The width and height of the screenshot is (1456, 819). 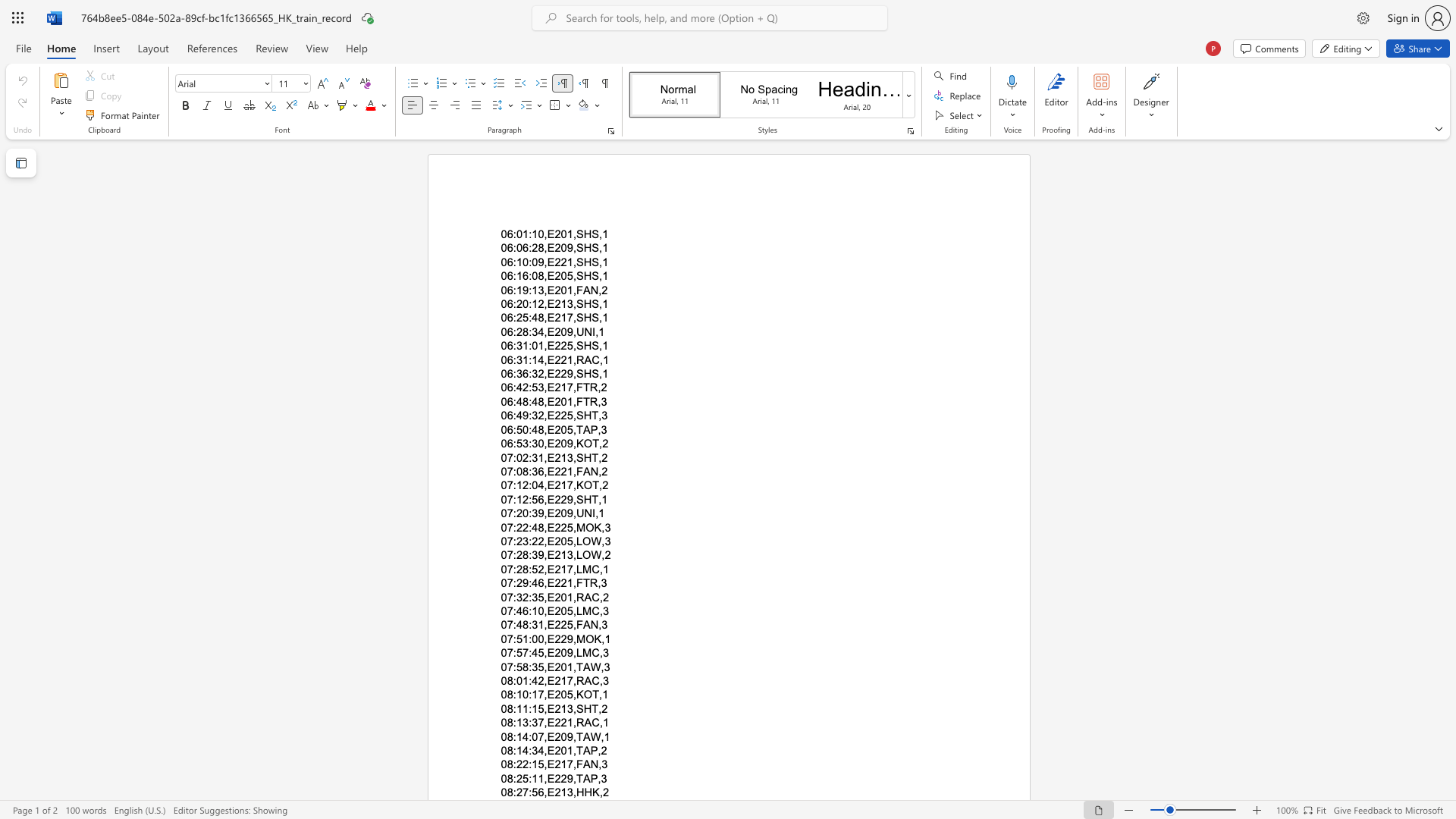 What do you see at coordinates (513, 695) in the screenshot?
I see `the subset text ":10" within the text "08:10:17,E205,KOT,1"` at bounding box center [513, 695].